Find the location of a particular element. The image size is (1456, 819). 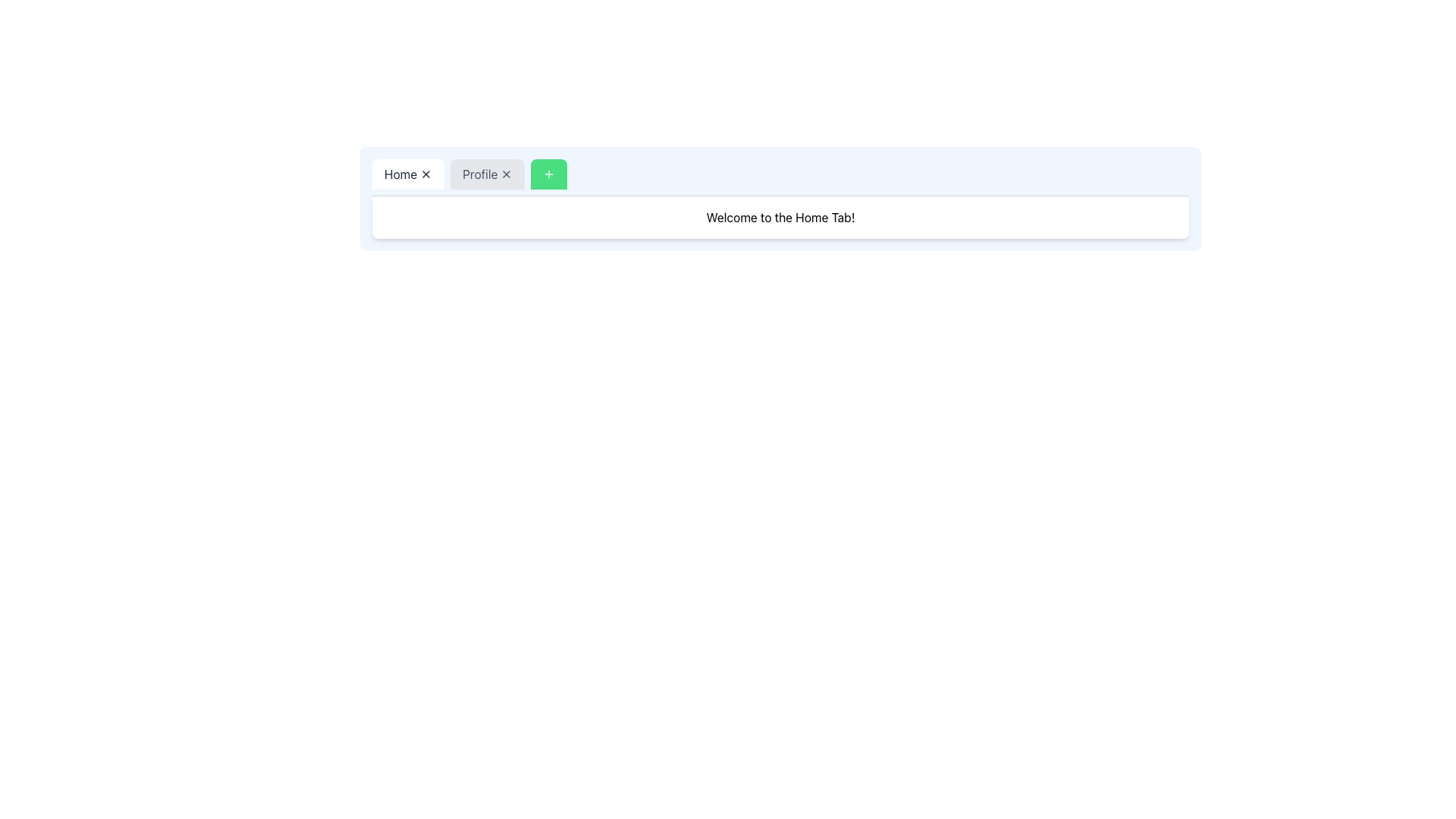

the Tab Bar to trigger a visual effect, which is designed for navigation between 'Home' and 'Profile' sections is located at coordinates (780, 177).